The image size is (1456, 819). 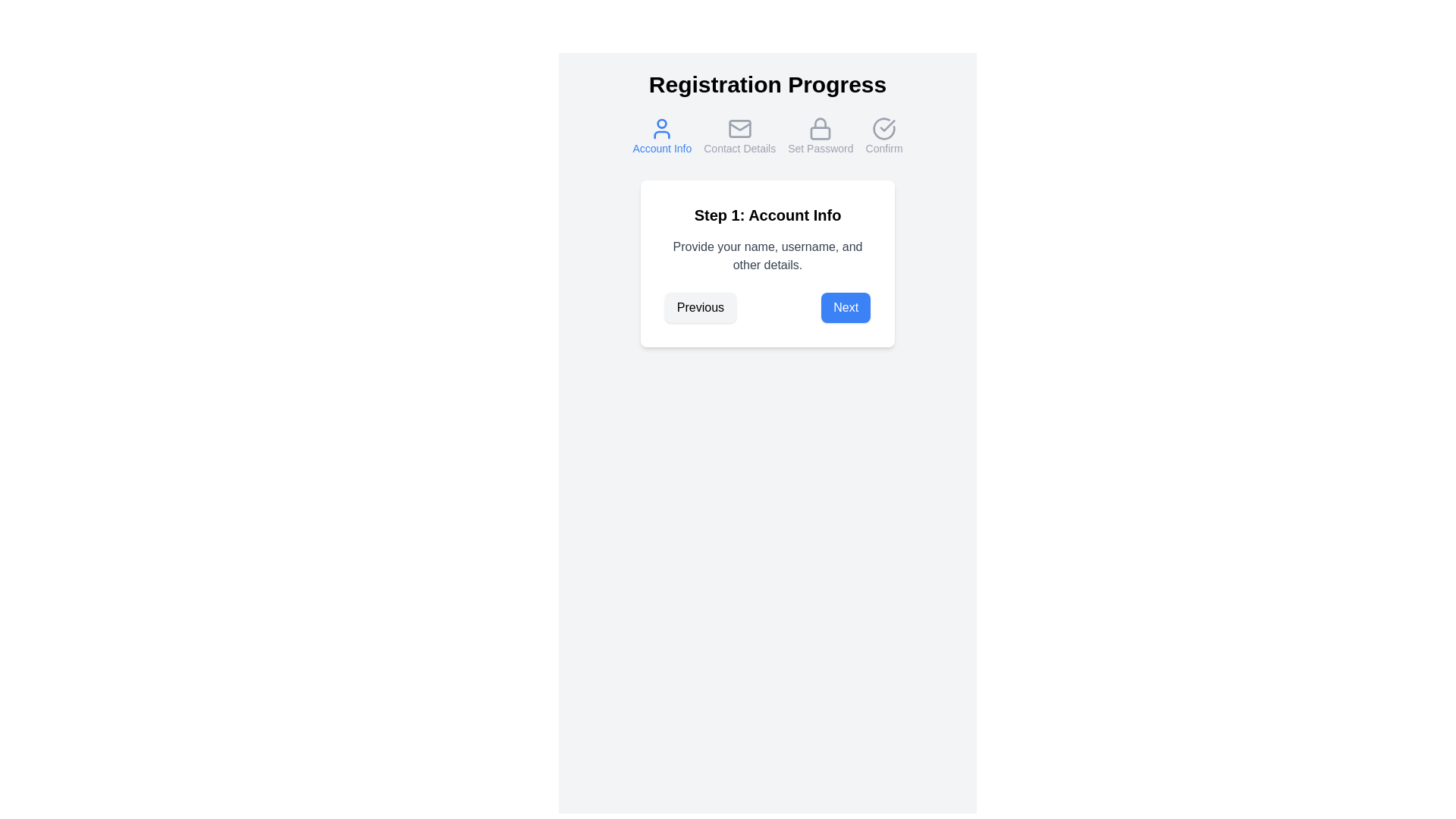 What do you see at coordinates (699, 307) in the screenshot?
I see `the inactive 'Back' navigation button located to the left of the 'Next' button in the registration process` at bounding box center [699, 307].